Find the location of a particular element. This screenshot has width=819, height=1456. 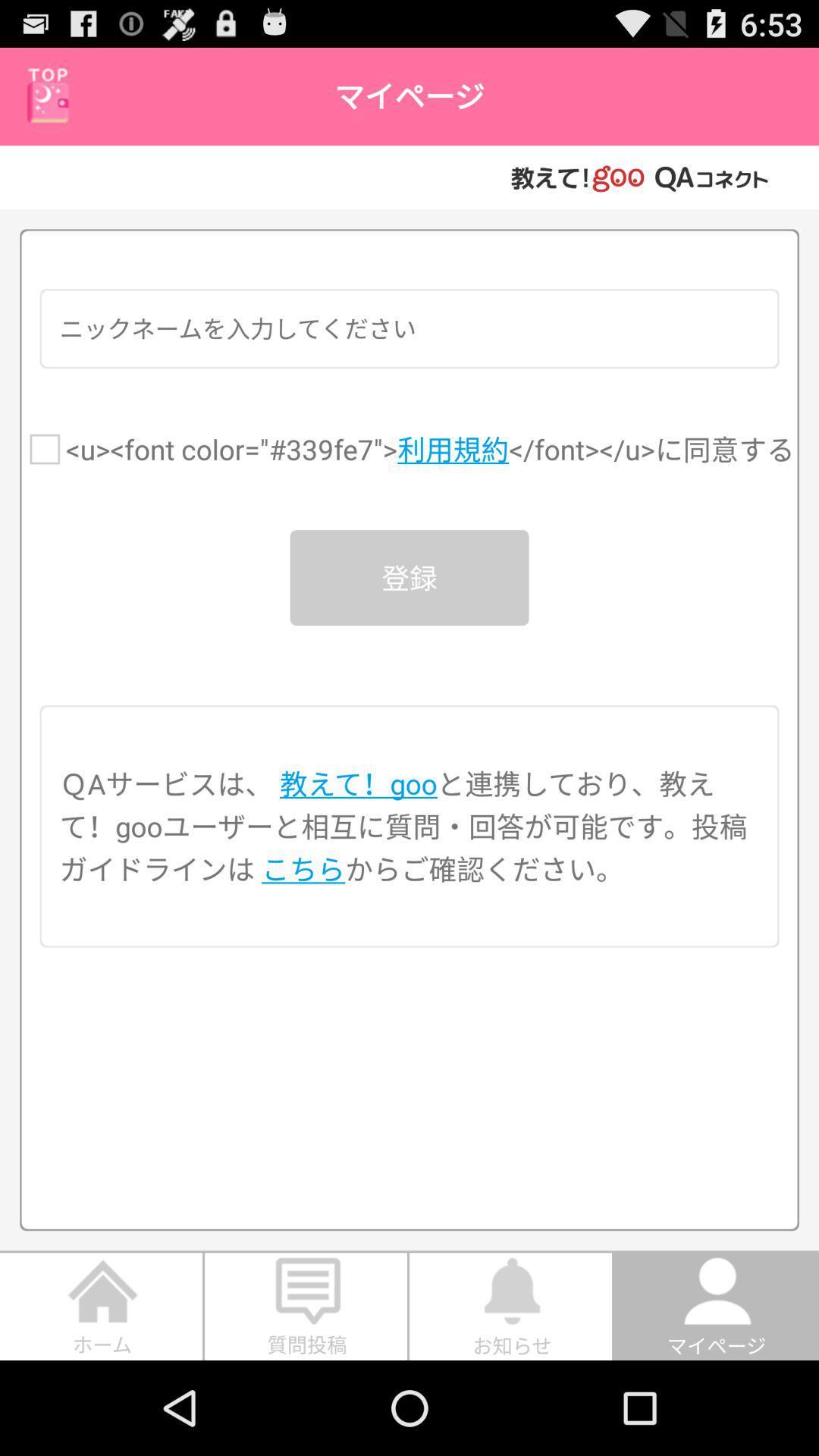

the icon next to u font color icon is located at coordinates (44, 448).